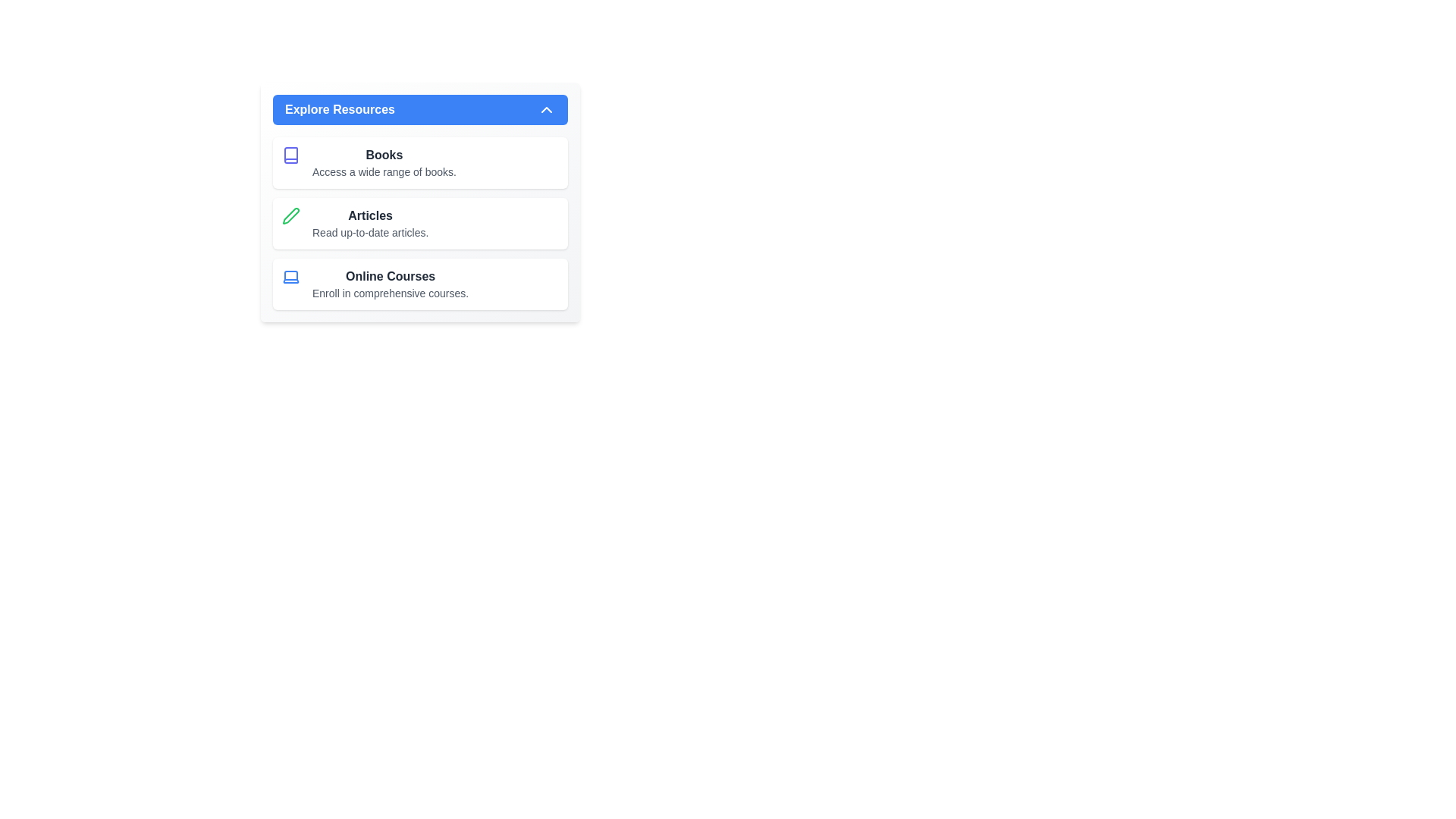 The width and height of the screenshot is (1456, 819). What do you see at coordinates (384, 171) in the screenshot?
I see `the text label that says 'Access a wide range of books.', which is styled in a smaller font size and light gray color, positioned beneath the 'Books' headline` at bounding box center [384, 171].